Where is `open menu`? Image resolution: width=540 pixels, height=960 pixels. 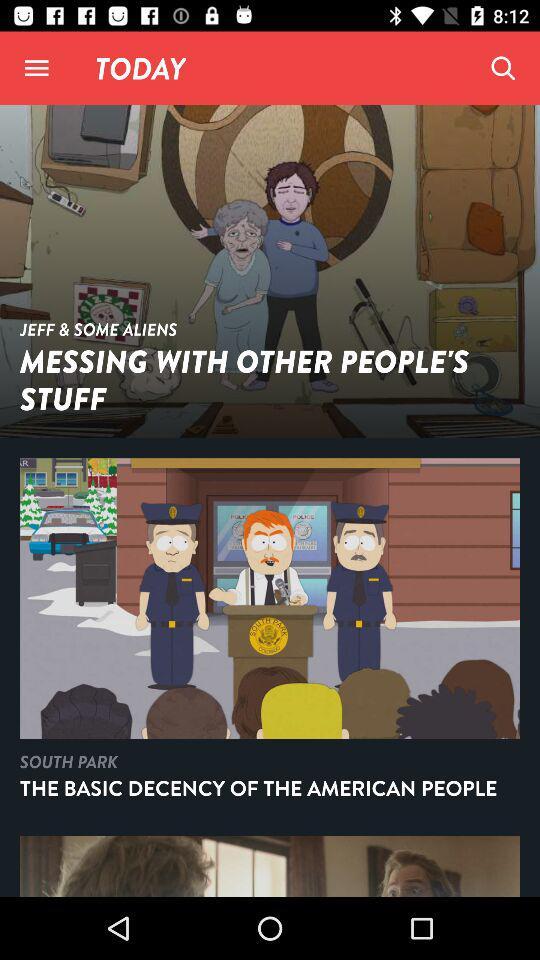 open menu is located at coordinates (36, 68).